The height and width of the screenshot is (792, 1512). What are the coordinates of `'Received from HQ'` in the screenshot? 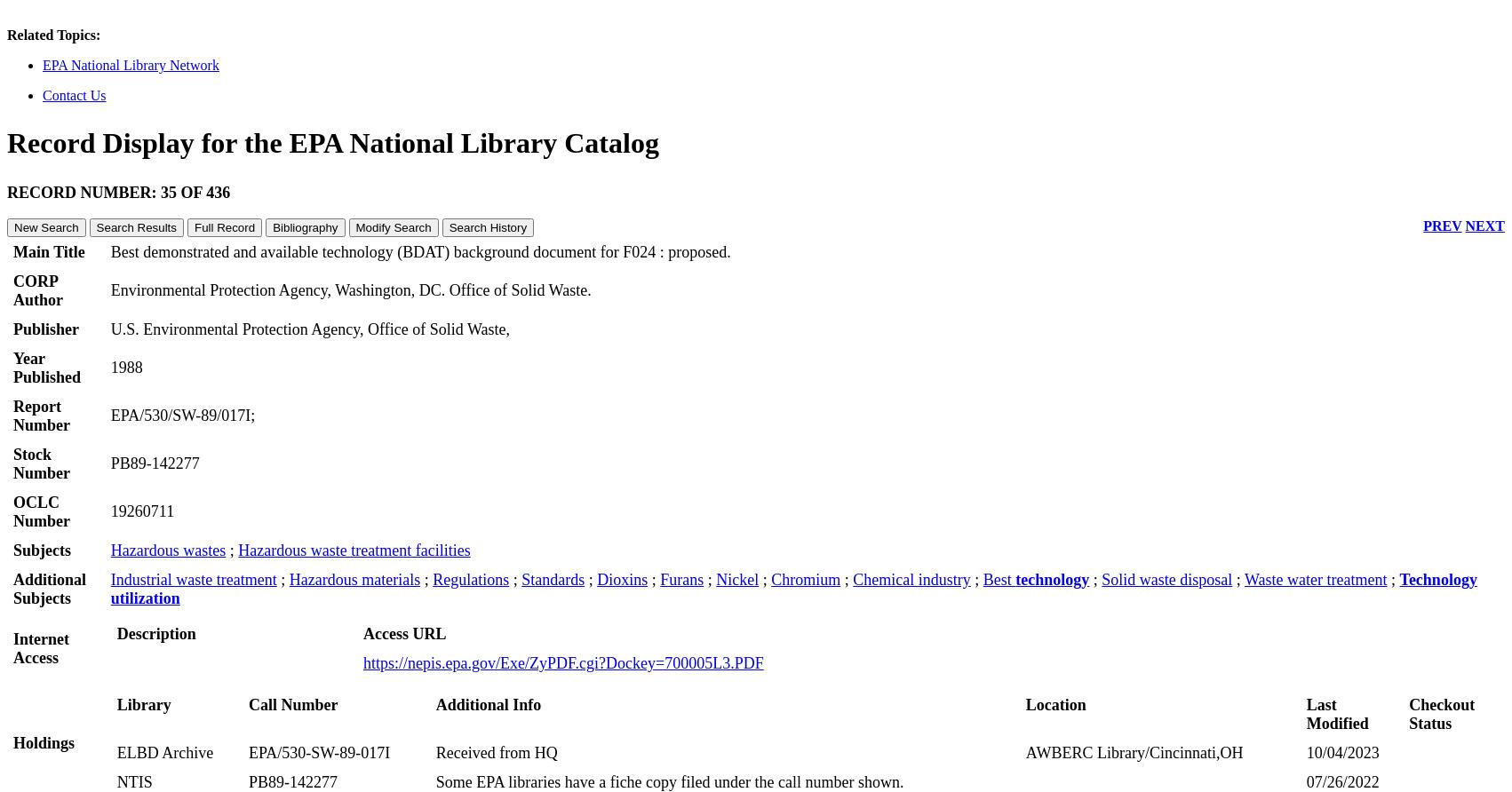 It's located at (495, 751).